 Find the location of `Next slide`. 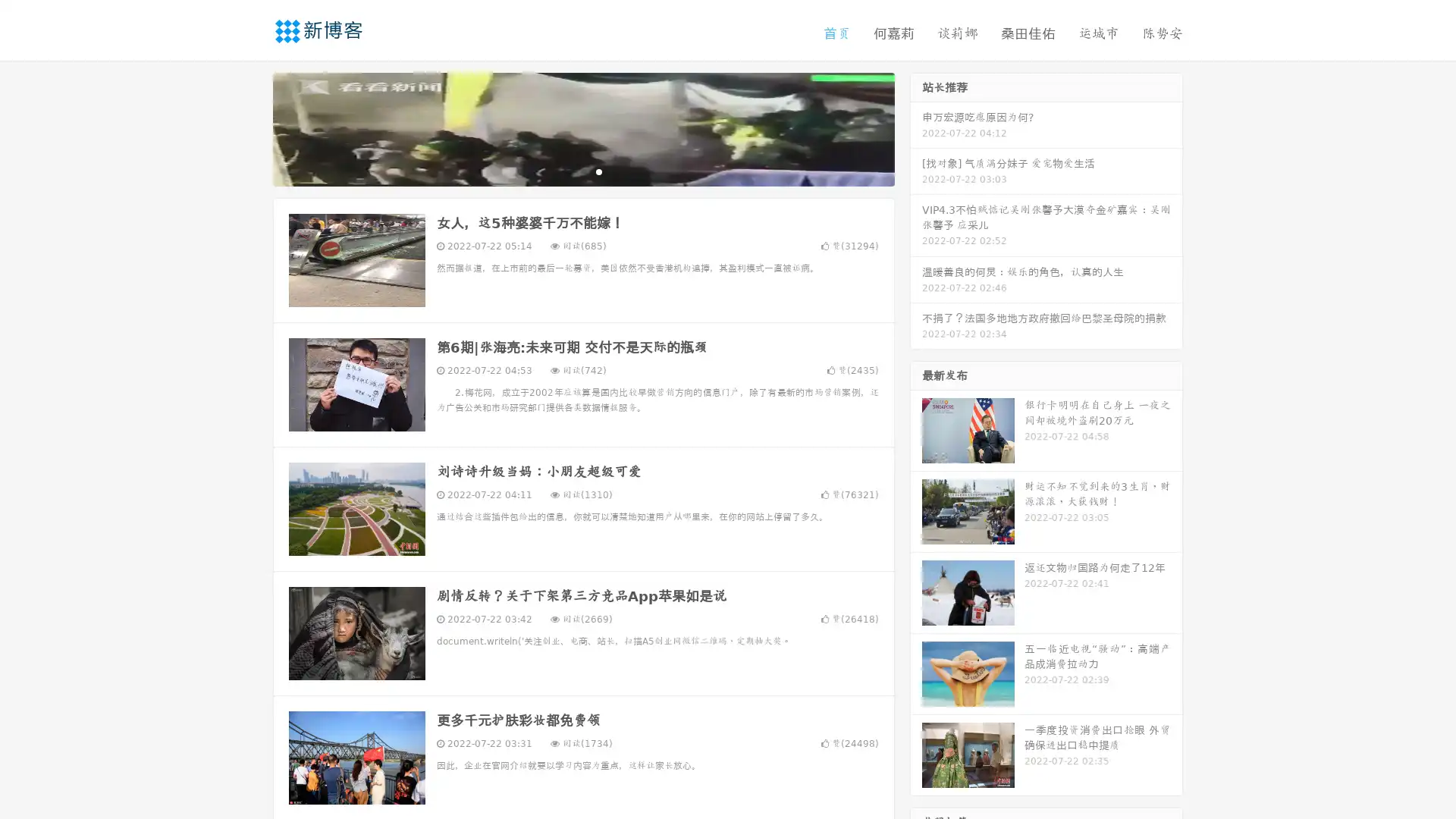

Next slide is located at coordinates (916, 127).